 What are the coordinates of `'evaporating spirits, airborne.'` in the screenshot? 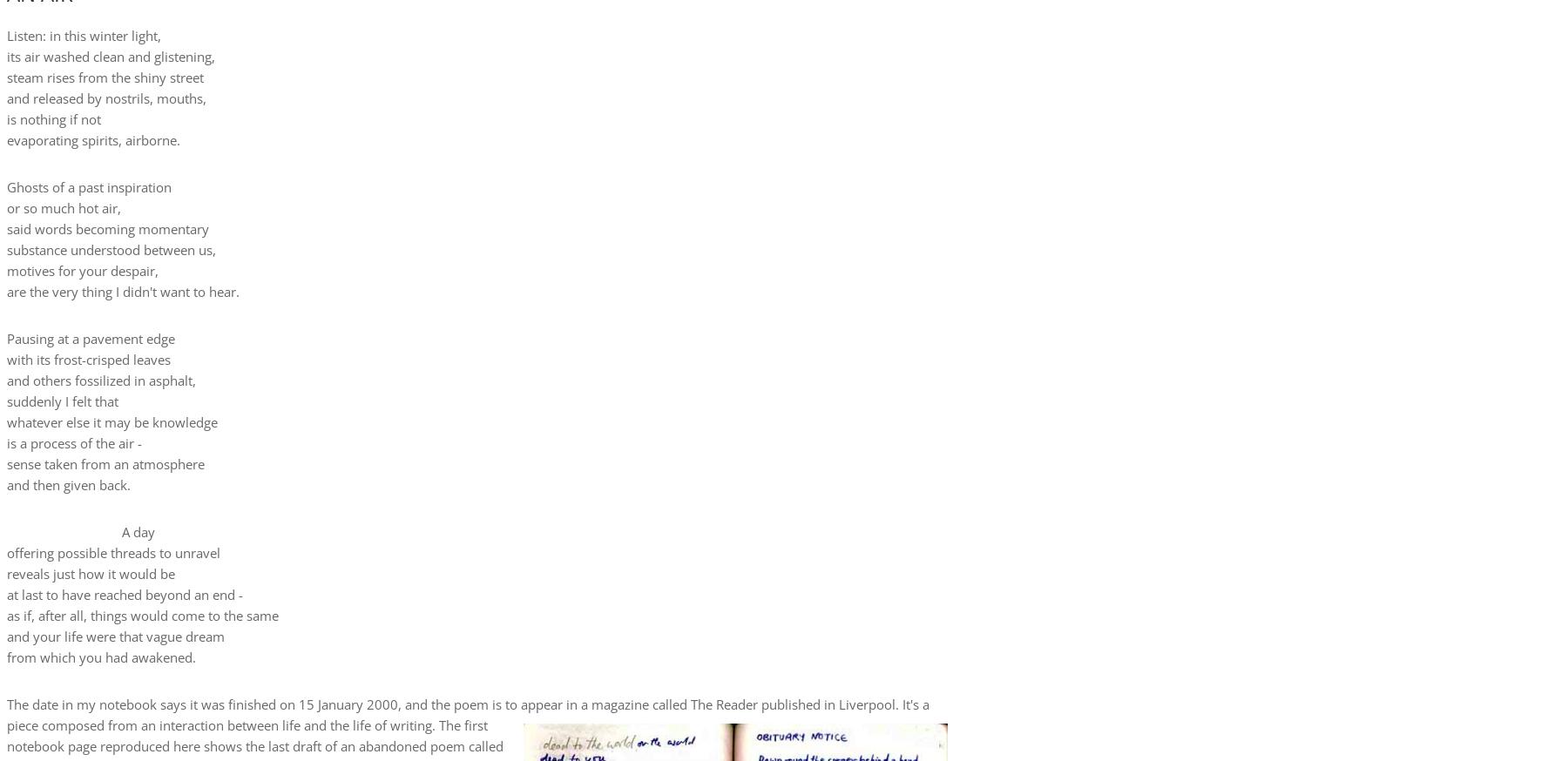 It's located at (5, 138).